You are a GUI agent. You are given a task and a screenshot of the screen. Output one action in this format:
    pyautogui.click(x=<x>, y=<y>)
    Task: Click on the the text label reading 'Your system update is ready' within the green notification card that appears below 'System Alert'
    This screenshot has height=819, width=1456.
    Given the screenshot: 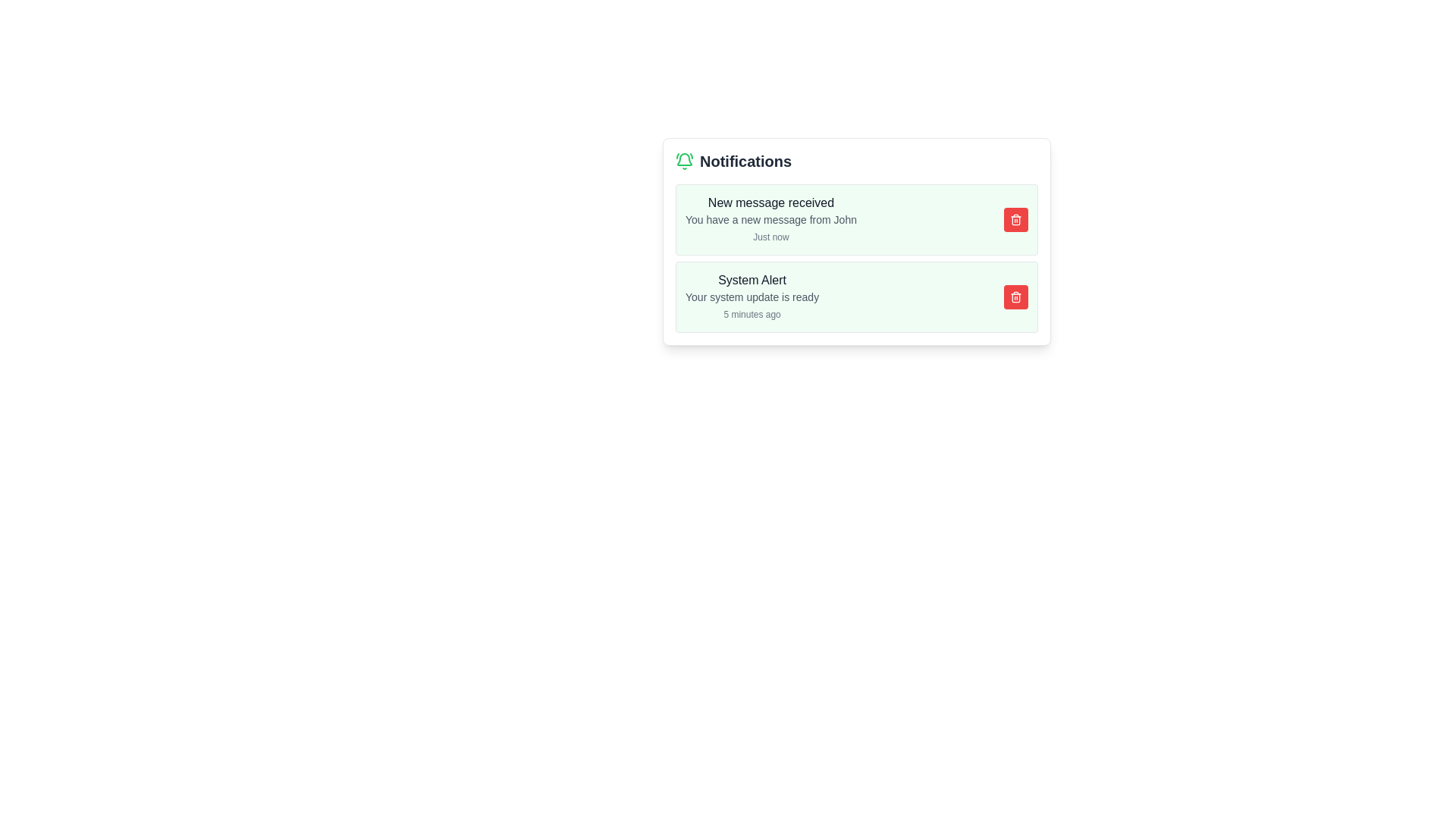 What is the action you would take?
    pyautogui.click(x=752, y=297)
    